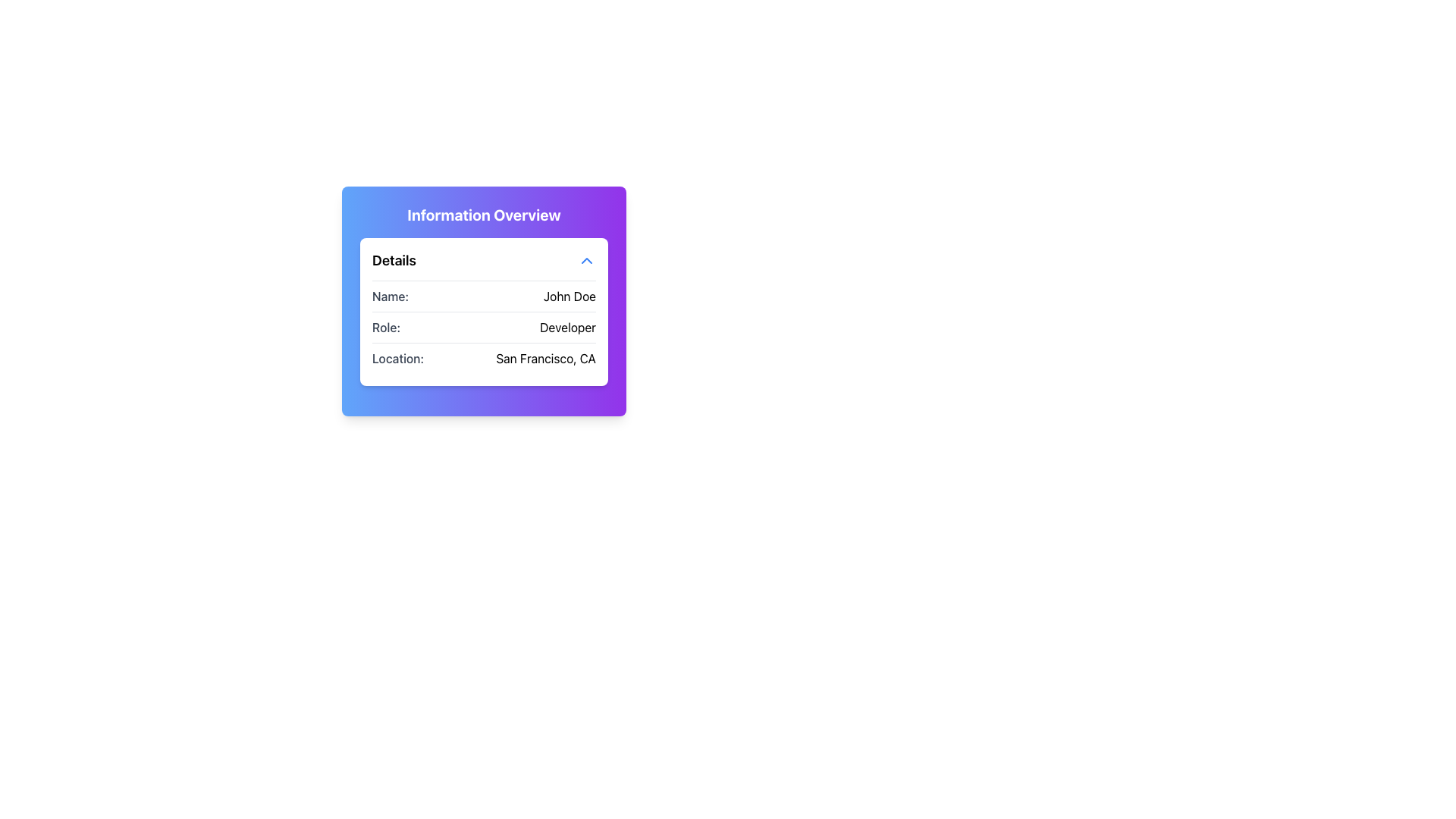  What do you see at coordinates (394, 259) in the screenshot?
I see `the text label displaying 'Details' located at the top left corner of the 'Information Overview' card` at bounding box center [394, 259].